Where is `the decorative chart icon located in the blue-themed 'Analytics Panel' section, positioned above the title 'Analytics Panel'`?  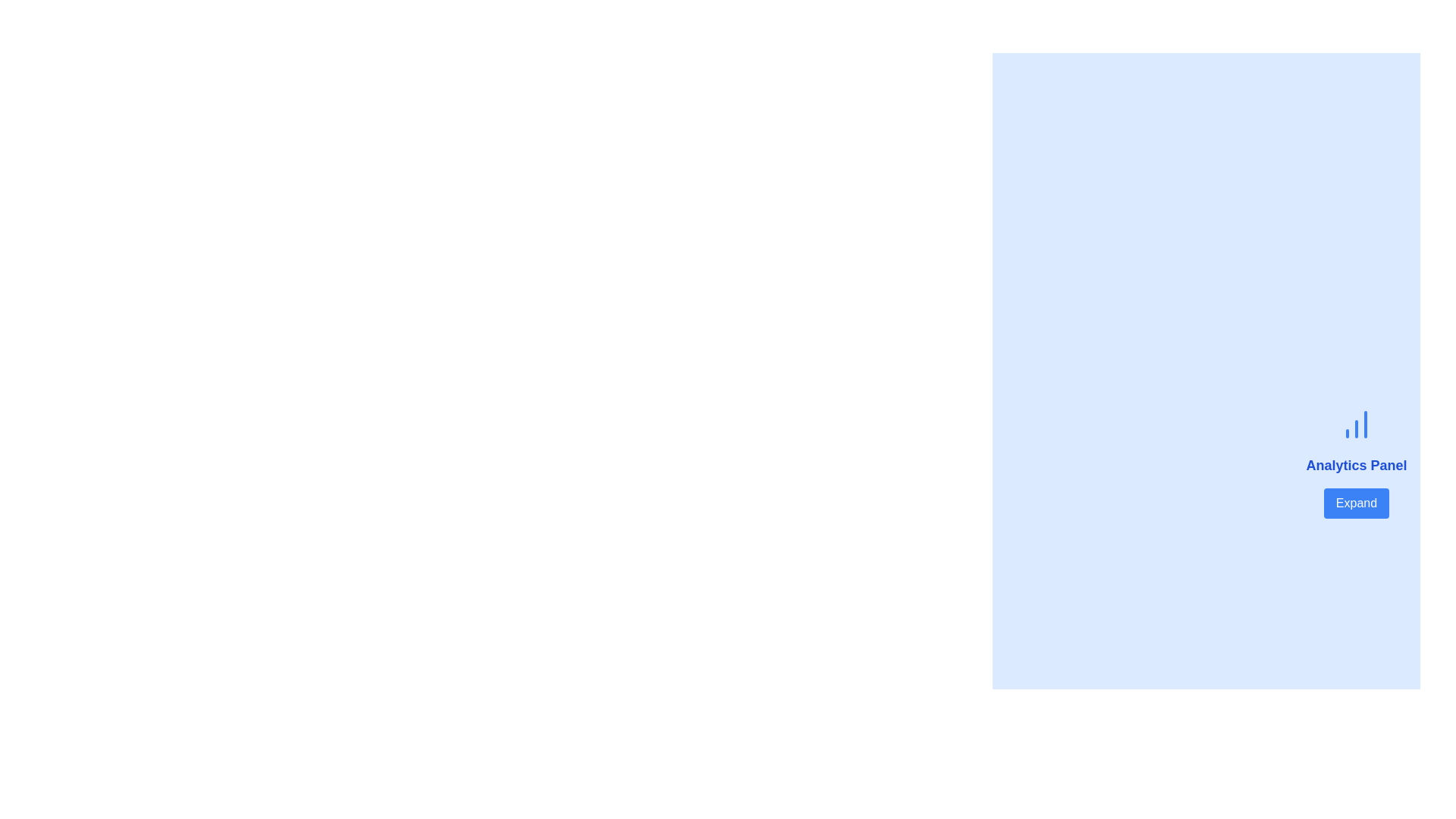
the decorative chart icon located in the blue-themed 'Analytics Panel' section, positioned above the title 'Analytics Panel' is located at coordinates (1357, 424).